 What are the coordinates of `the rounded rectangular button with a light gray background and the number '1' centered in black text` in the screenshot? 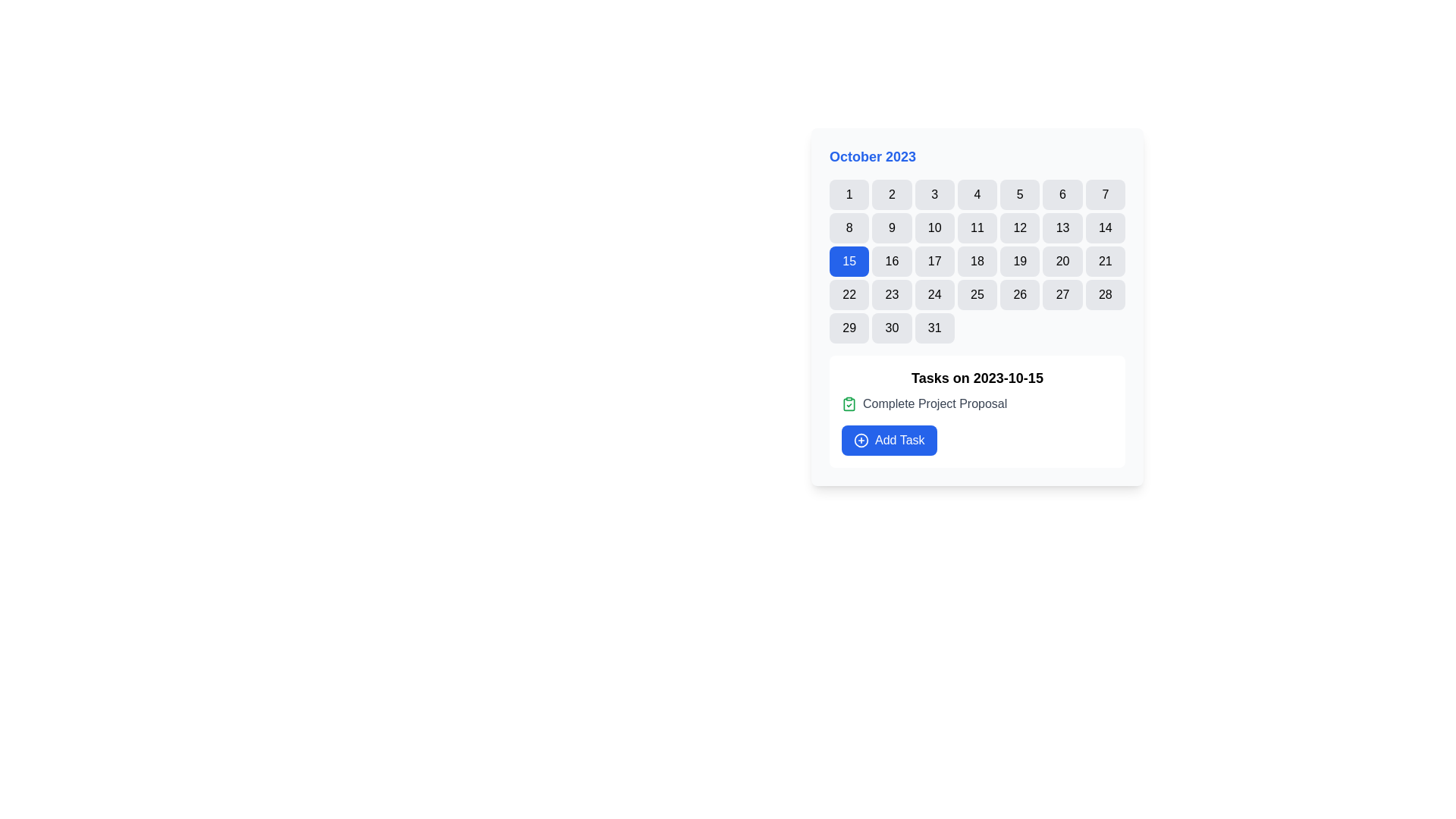 It's located at (849, 194).